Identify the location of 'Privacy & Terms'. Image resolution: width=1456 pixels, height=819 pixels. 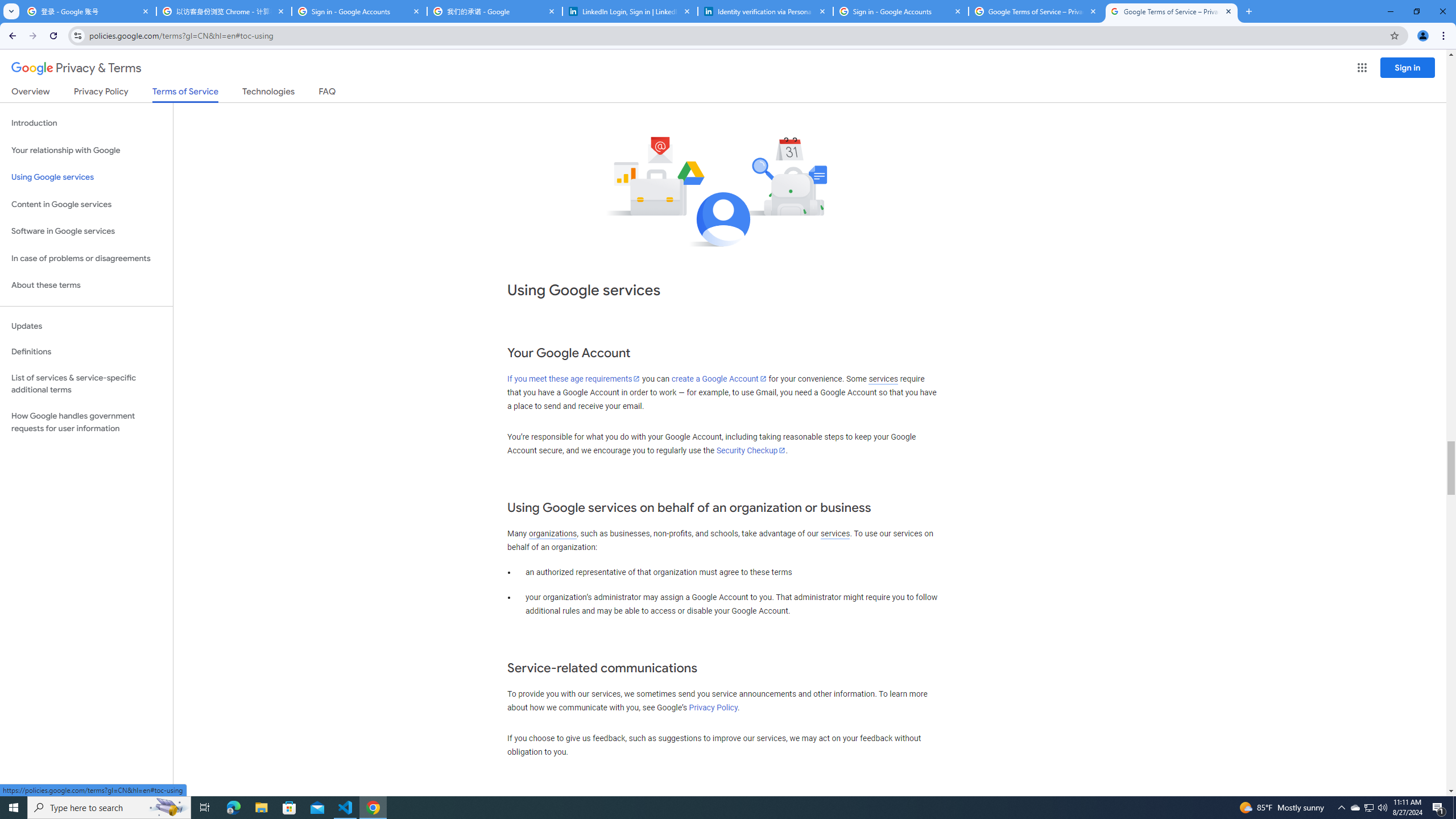
(76, 68).